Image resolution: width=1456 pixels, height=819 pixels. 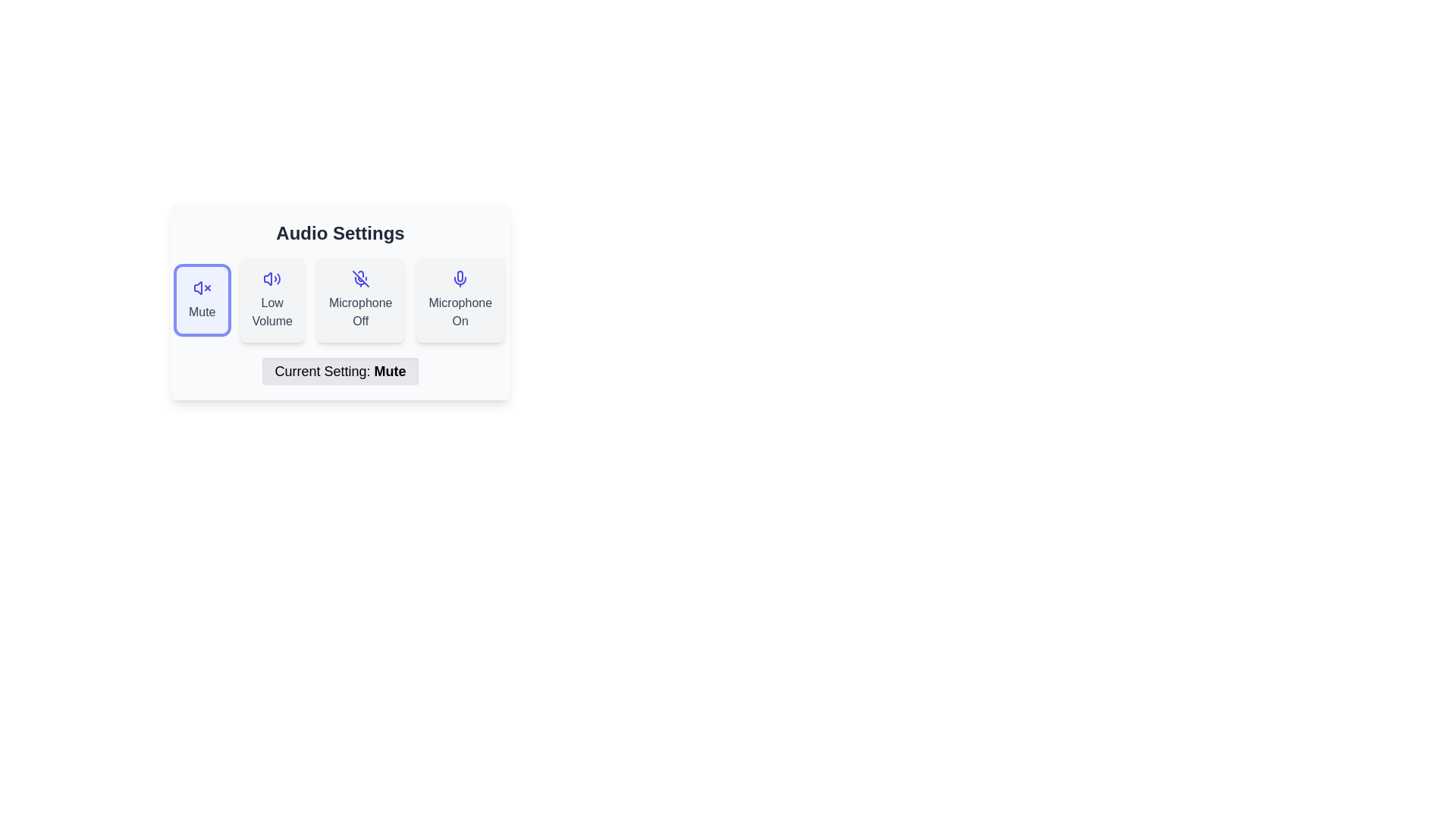 I want to click on the muted microphone icon within the 'Microphone Off' button in the audio settings interface, so click(x=359, y=281).